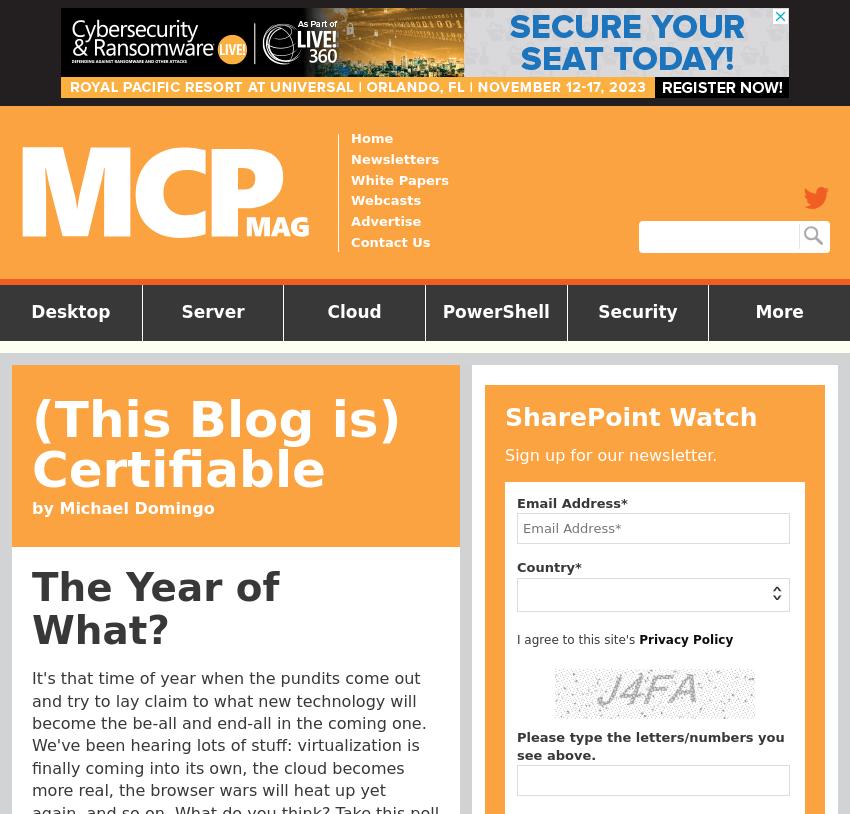 This screenshot has height=814, width=850. I want to click on 'White Papers', so click(399, 178).